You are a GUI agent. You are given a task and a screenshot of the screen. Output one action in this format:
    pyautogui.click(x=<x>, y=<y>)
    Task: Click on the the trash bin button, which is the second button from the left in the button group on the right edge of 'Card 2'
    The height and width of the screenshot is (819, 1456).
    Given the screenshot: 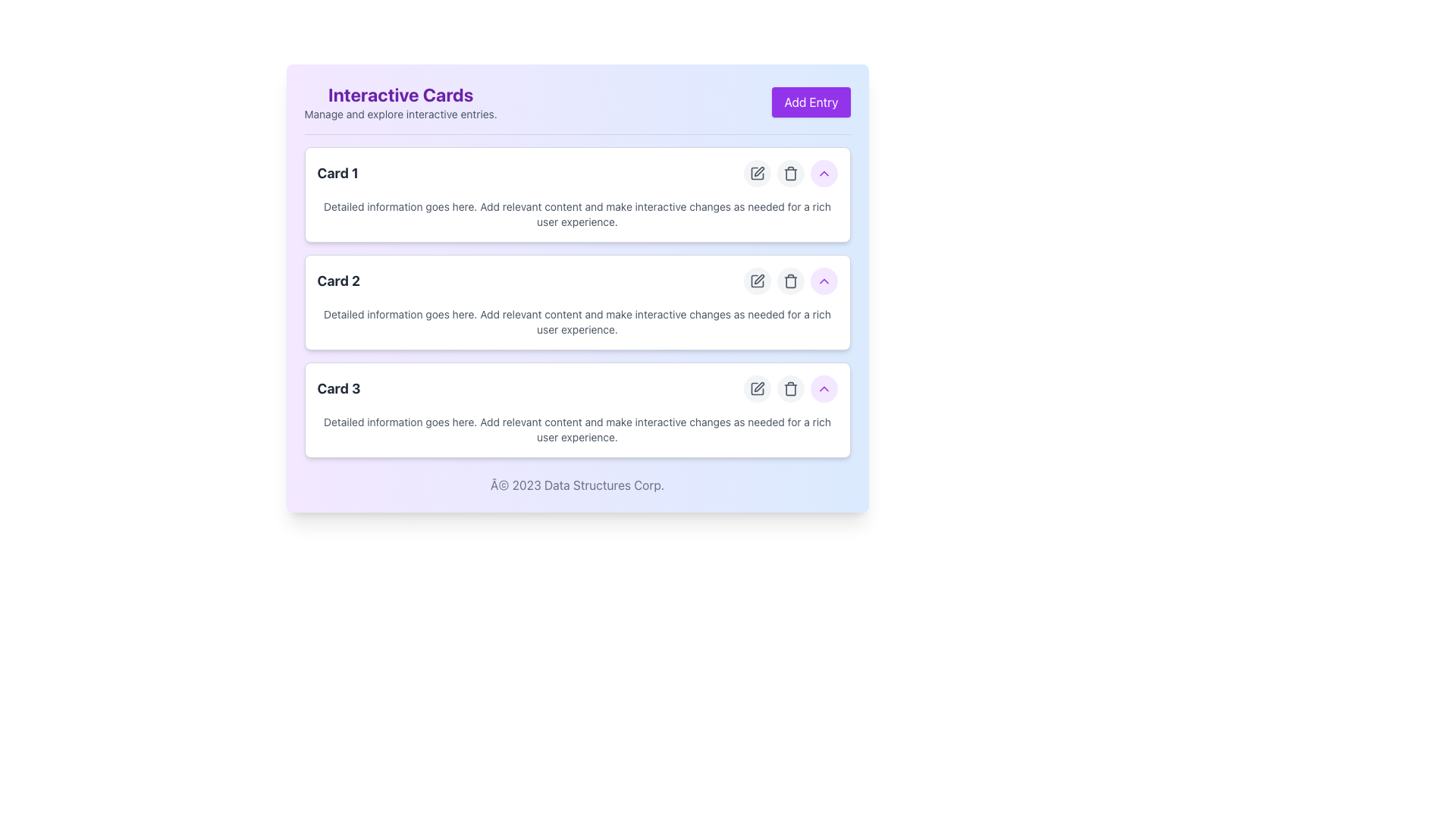 What is the action you would take?
    pyautogui.click(x=789, y=281)
    